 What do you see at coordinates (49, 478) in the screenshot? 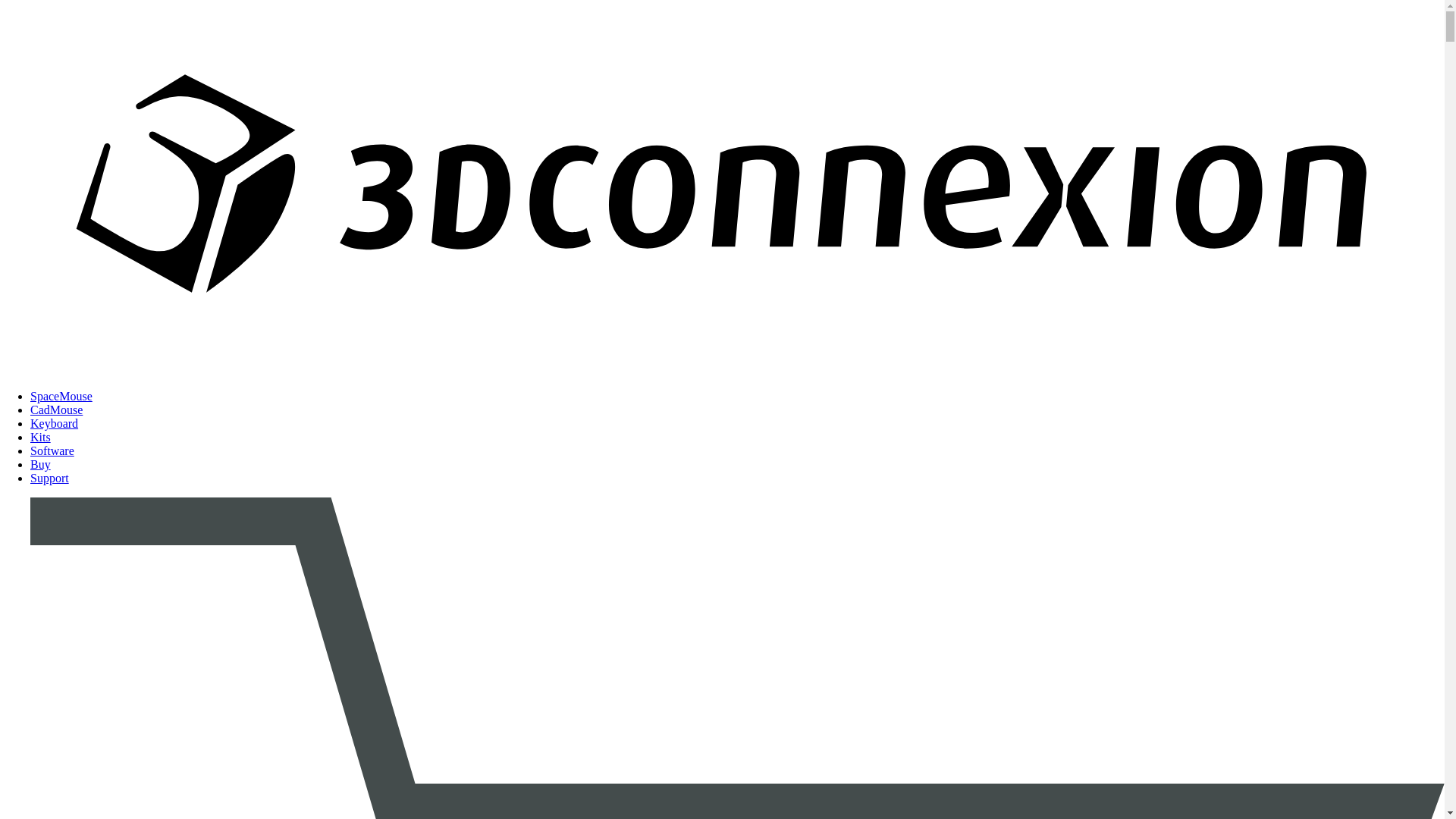
I see `'Support'` at bounding box center [49, 478].